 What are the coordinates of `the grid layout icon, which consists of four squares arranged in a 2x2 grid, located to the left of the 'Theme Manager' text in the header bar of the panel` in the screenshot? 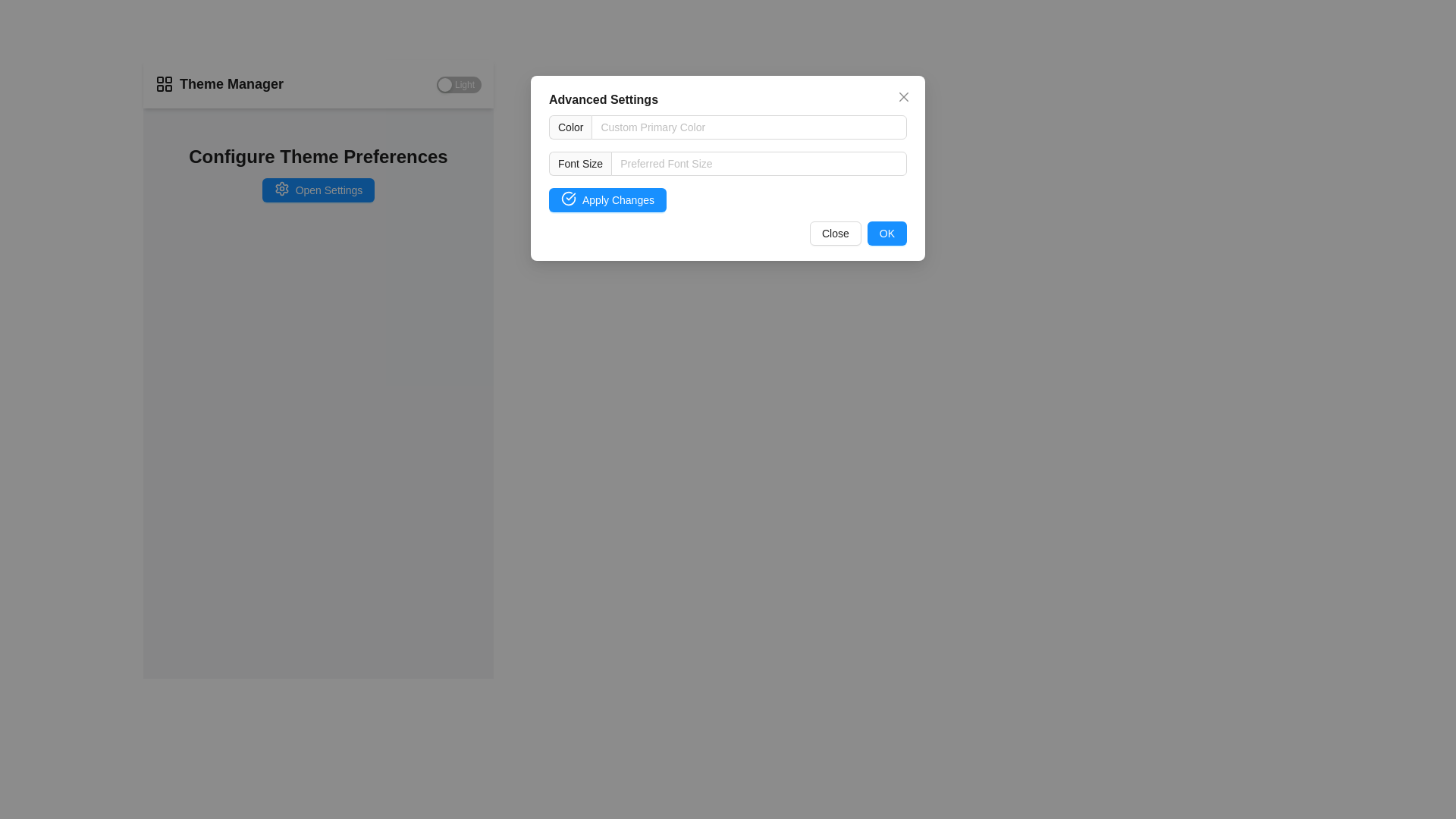 It's located at (164, 84).